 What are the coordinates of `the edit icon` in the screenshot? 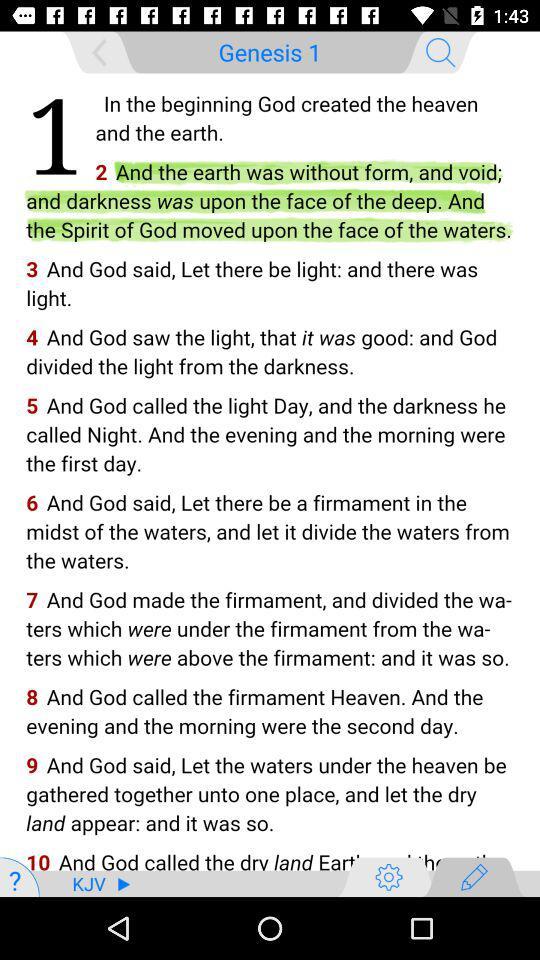 It's located at (473, 876).